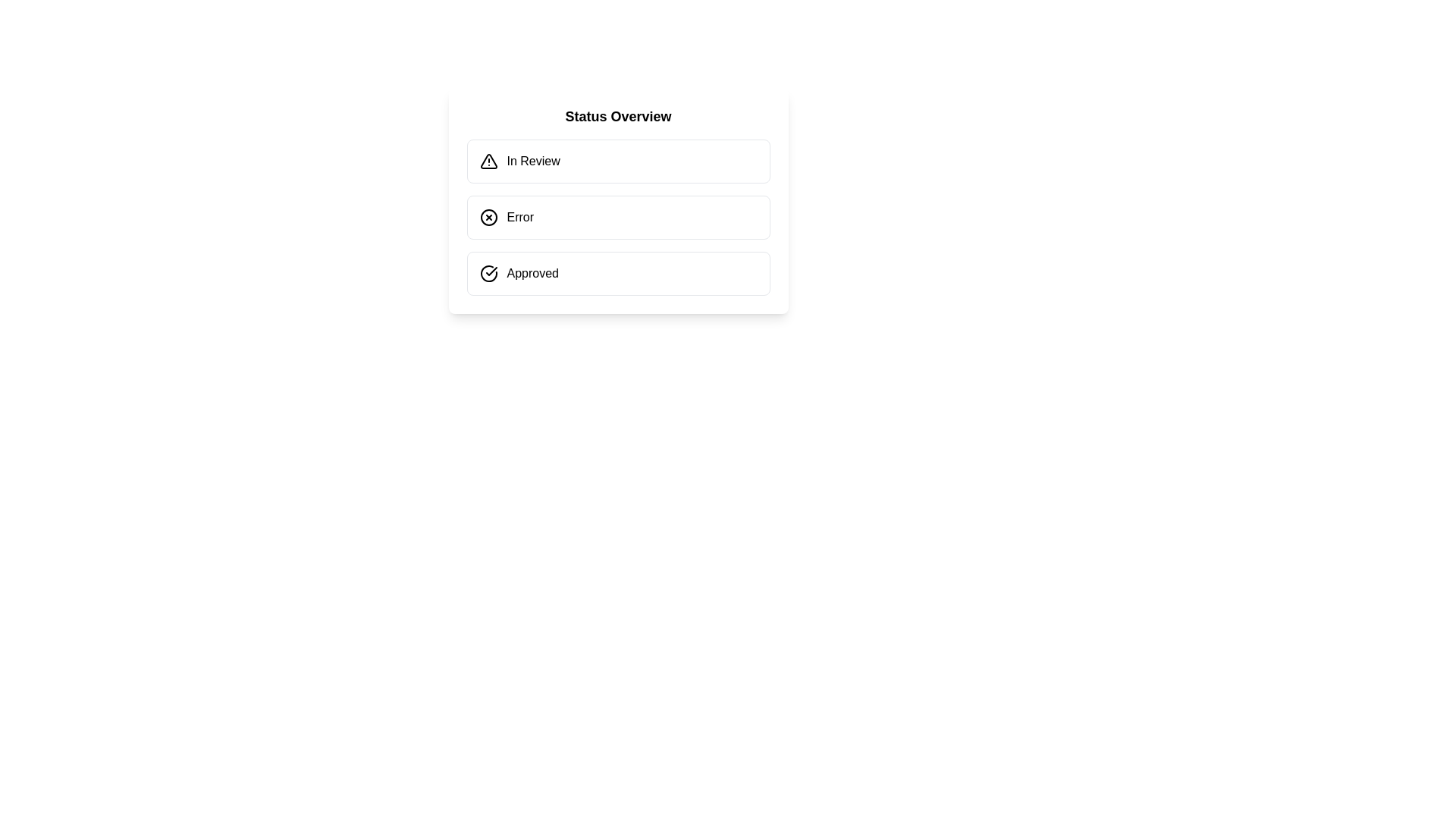 Image resolution: width=1456 pixels, height=819 pixels. I want to click on the alert icon that signifies the 'In Review' status, located in the first row of the vertically-stacked menu list, before the text labeled 'In Review' in the 'Status Overview' widget, so click(488, 161).